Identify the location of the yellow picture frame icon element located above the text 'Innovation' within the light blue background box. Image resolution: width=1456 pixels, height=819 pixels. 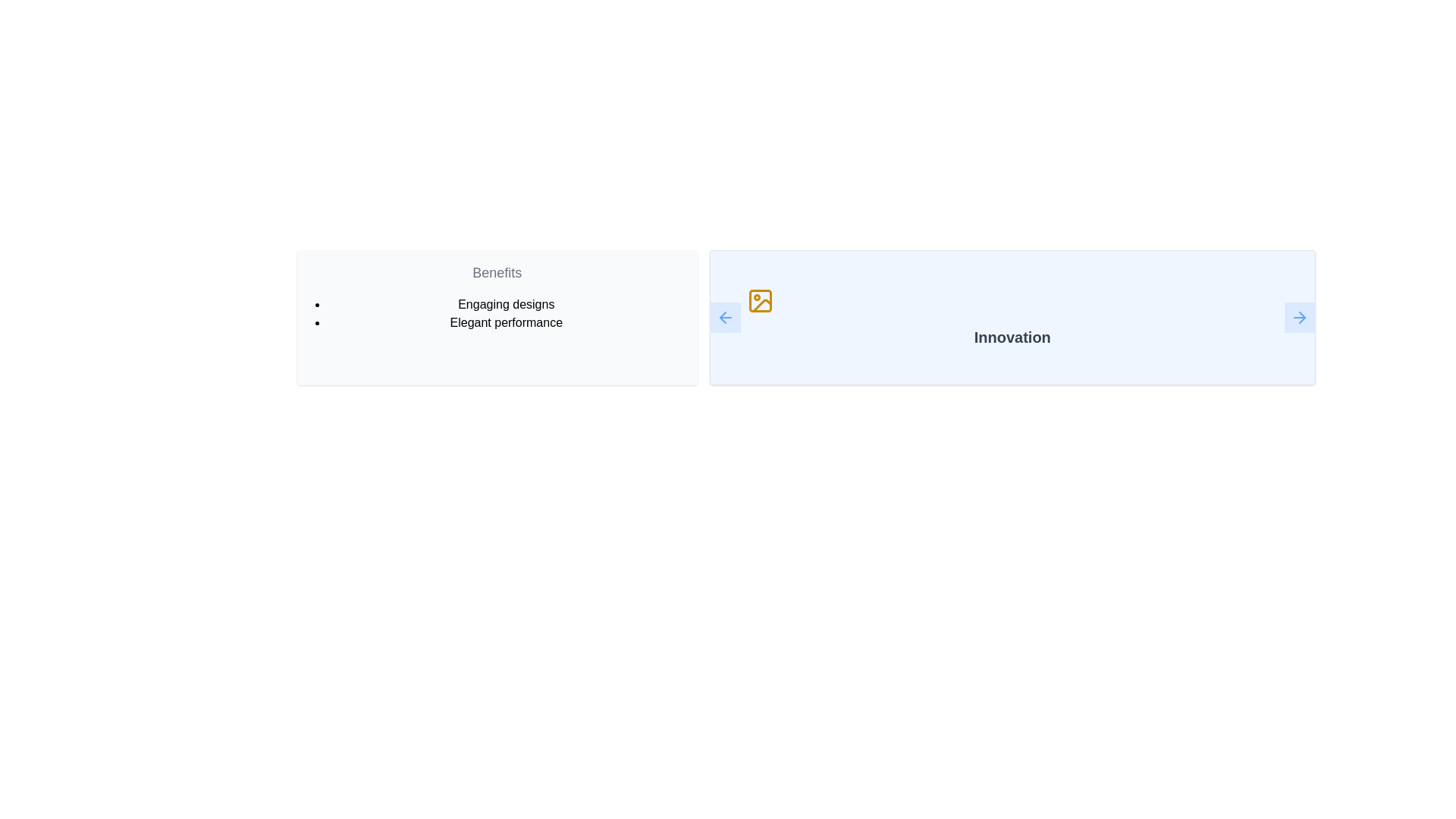
(760, 301).